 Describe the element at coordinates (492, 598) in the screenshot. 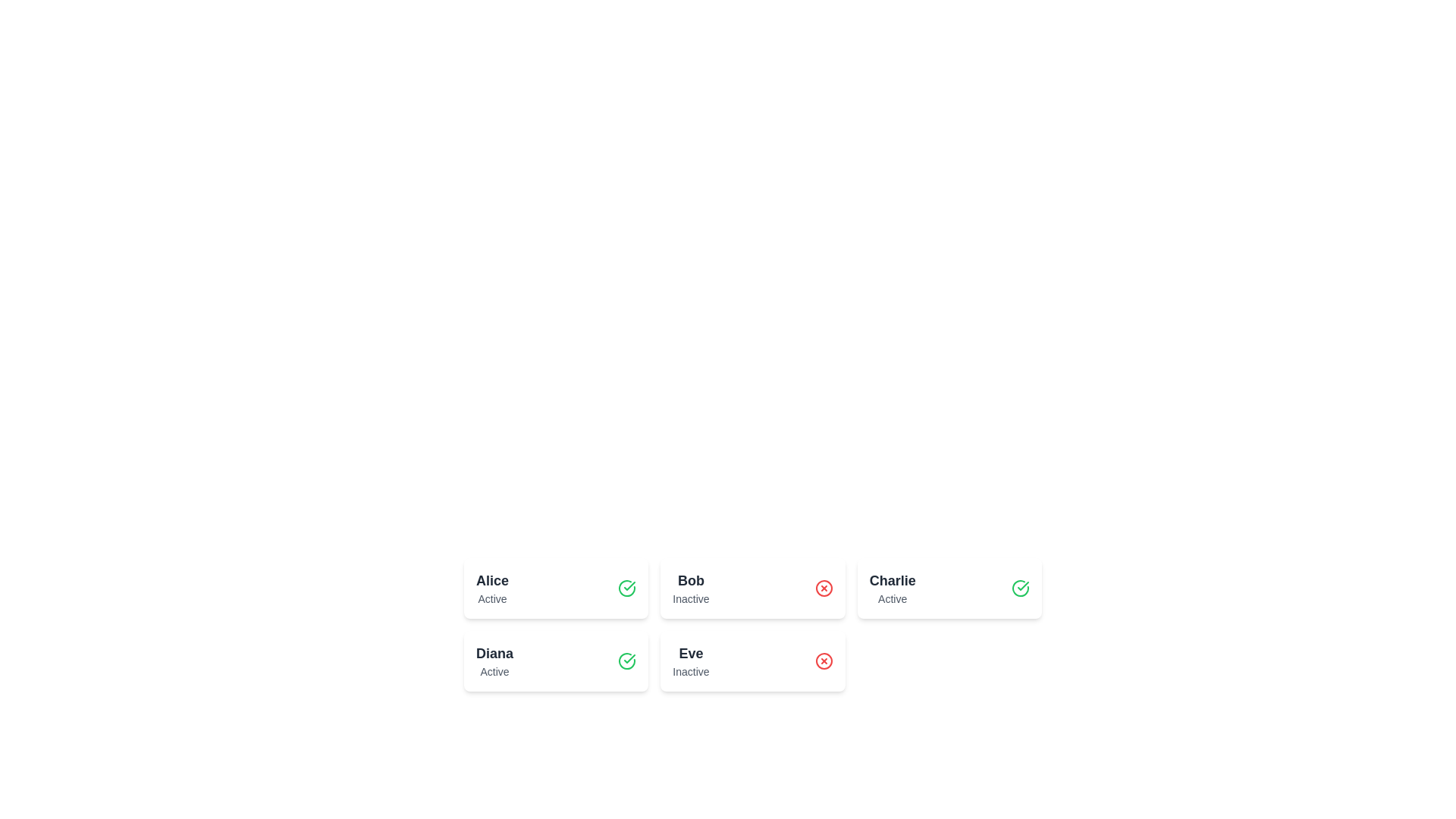

I see `the 'Active' label, which is a small gray text label located below the name 'Alice' within the user information card in the top-left corner of the grid layout` at that location.